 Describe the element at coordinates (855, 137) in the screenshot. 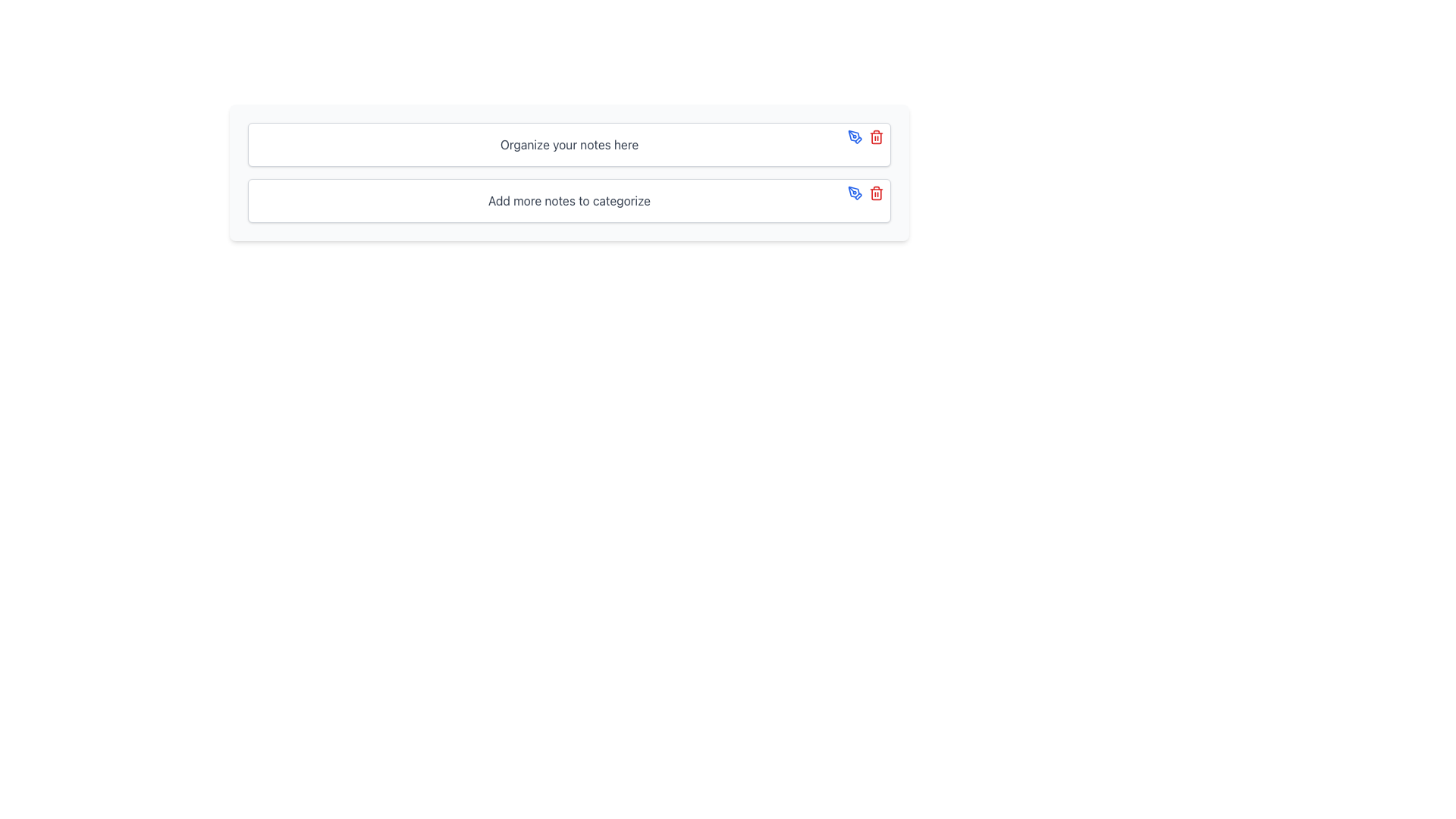

I see `the edit button SVG icon located in the top-right corner of the note panel to initiate edit mode` at that location.